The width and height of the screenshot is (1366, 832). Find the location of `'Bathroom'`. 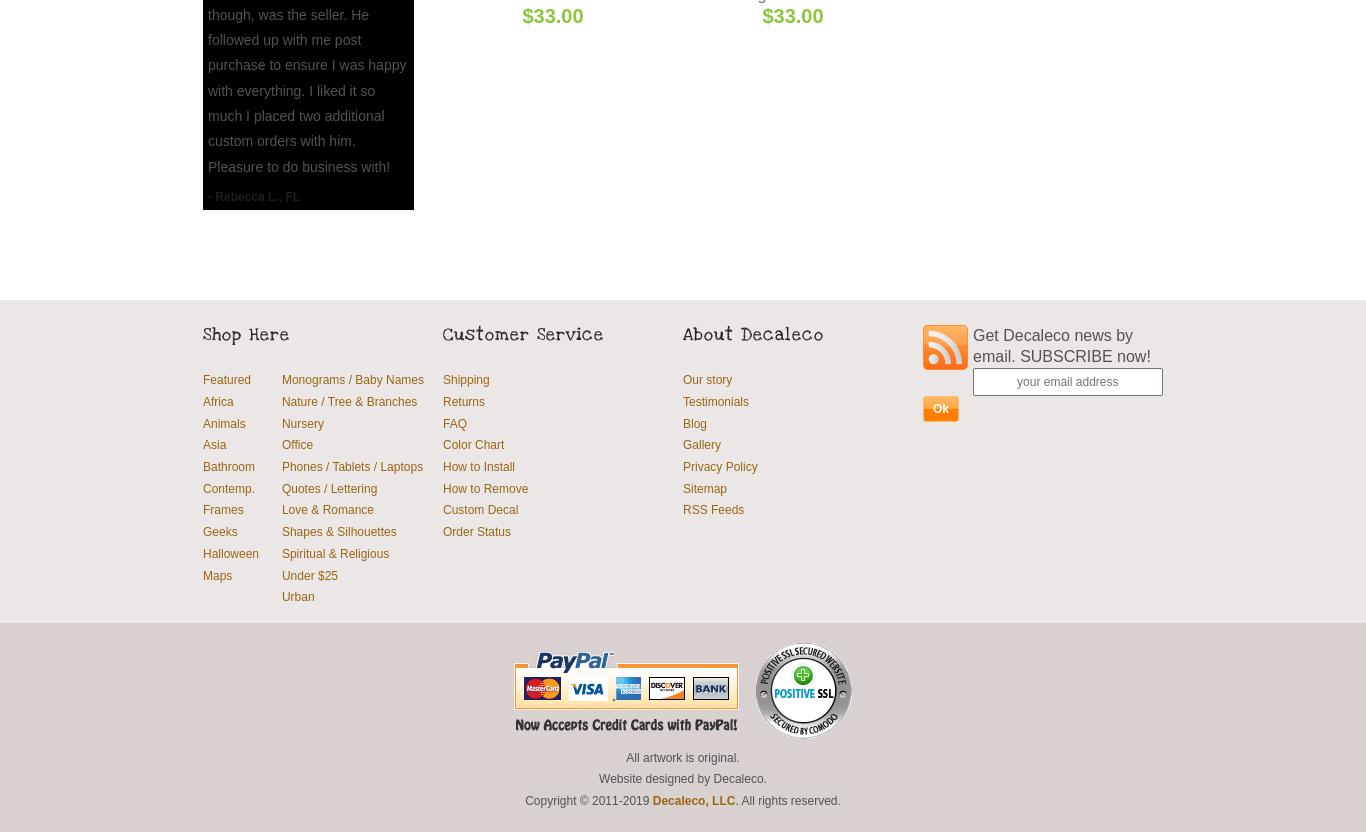

'Bathroom' is located at coordinates (228, 466).